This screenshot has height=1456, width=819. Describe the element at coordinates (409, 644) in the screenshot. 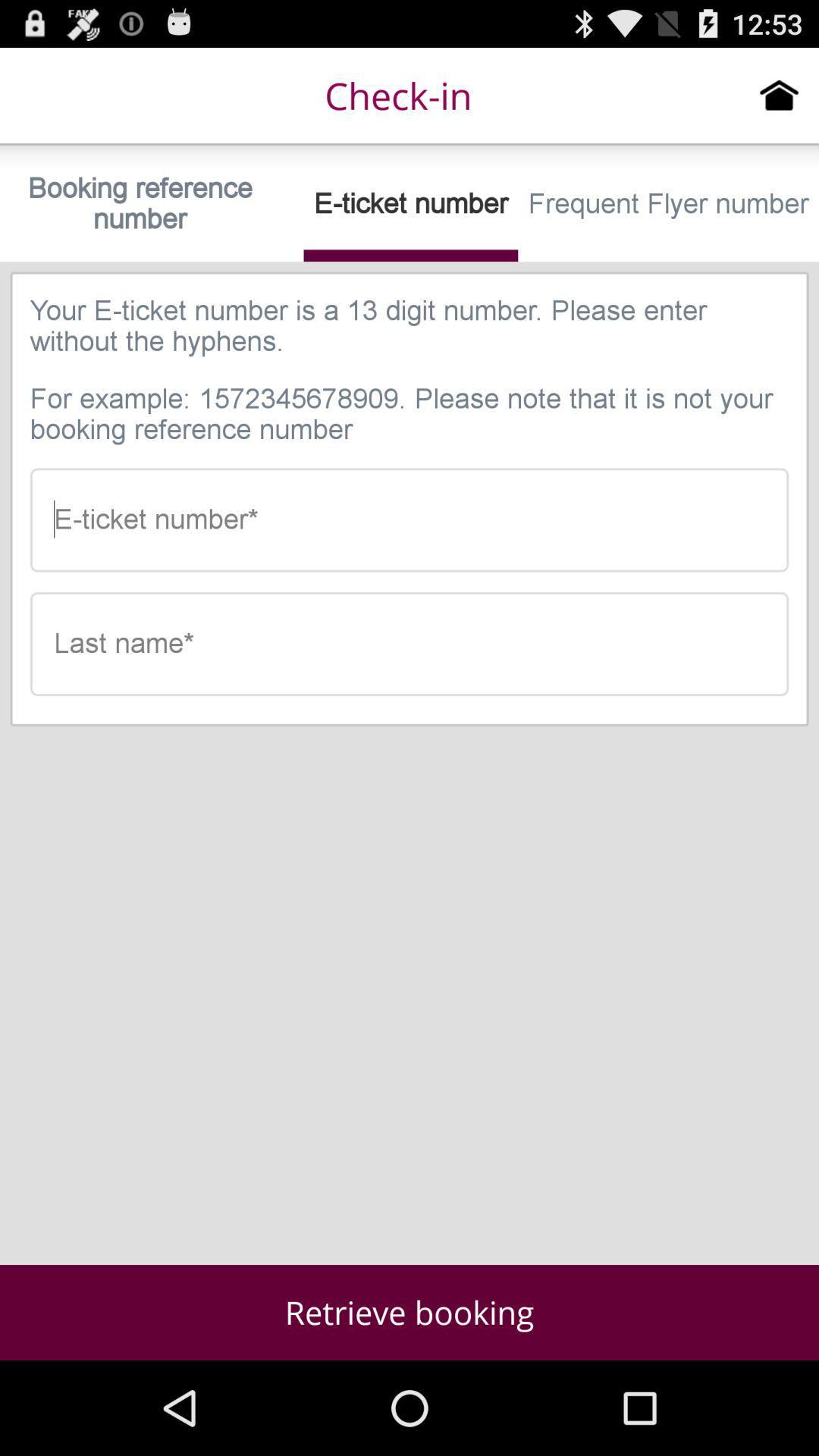

I see `text box` at that location.